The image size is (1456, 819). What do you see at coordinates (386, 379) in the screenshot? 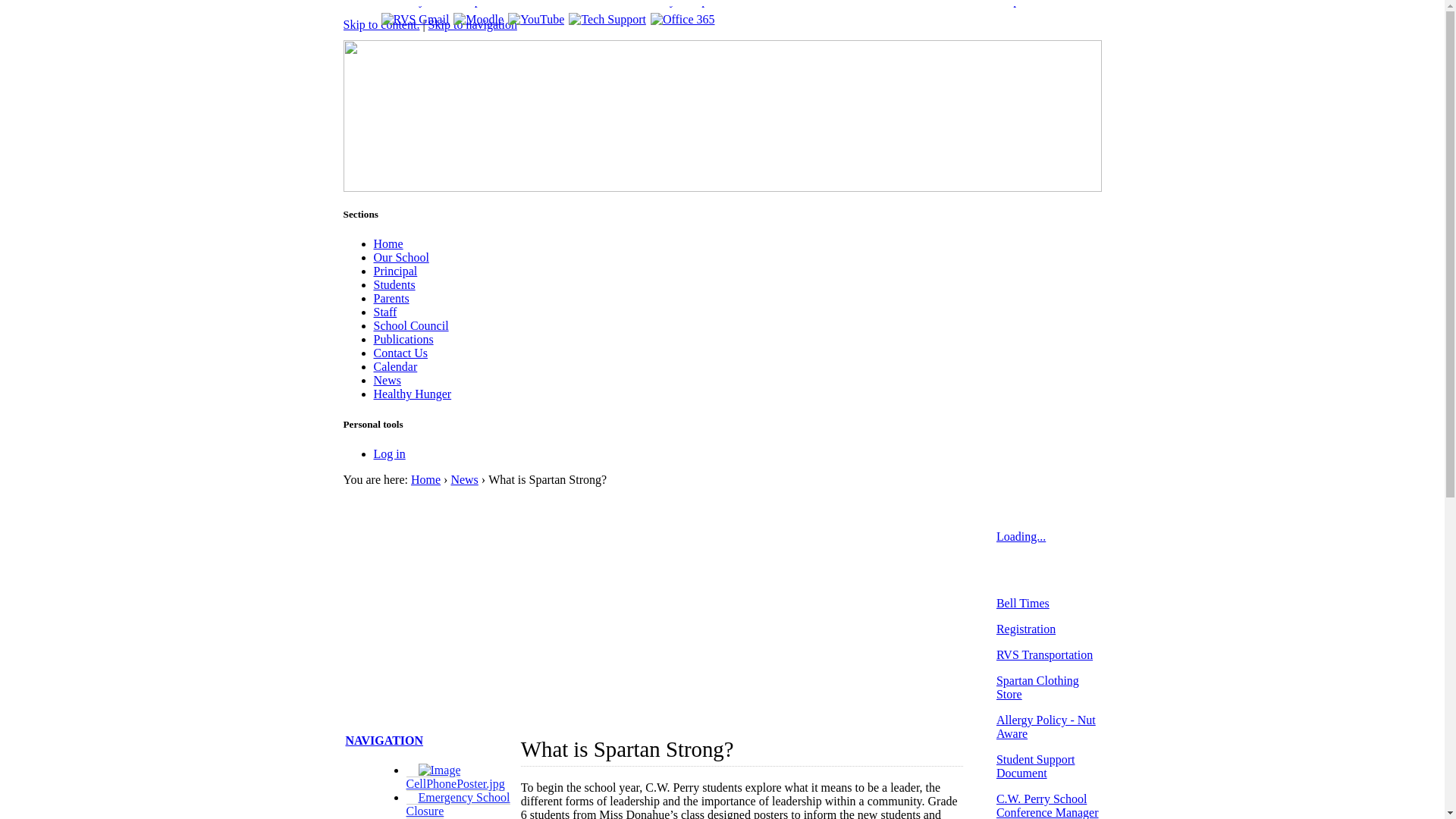
I see `'News'` at bounding box center [386, 379].